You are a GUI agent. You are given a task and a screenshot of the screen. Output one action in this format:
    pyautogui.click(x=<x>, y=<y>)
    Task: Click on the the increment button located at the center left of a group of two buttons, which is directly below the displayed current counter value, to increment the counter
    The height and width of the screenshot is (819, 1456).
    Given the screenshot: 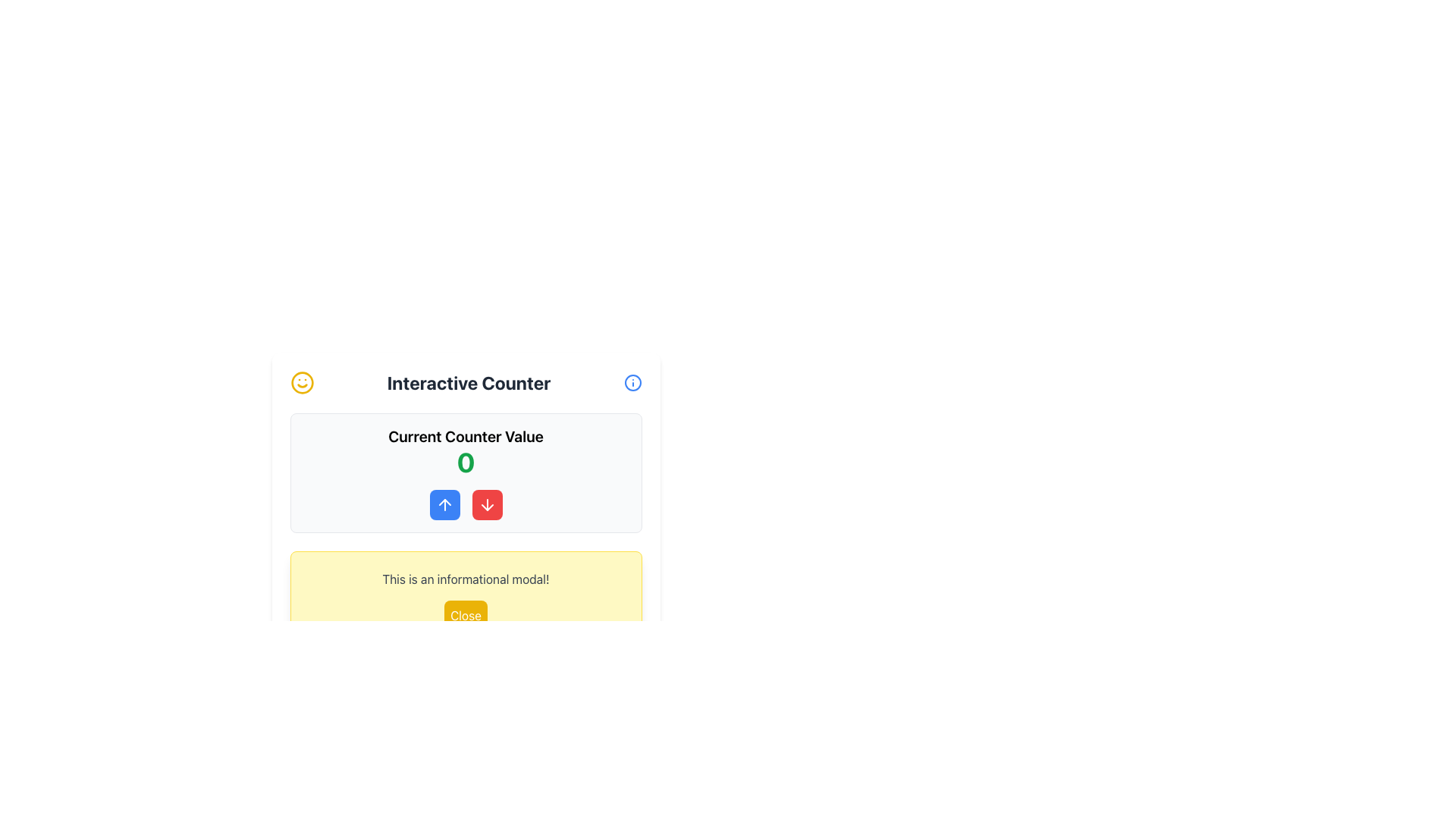 What is the action you would take?
    pyautogui.click(x=444, y=505)
    